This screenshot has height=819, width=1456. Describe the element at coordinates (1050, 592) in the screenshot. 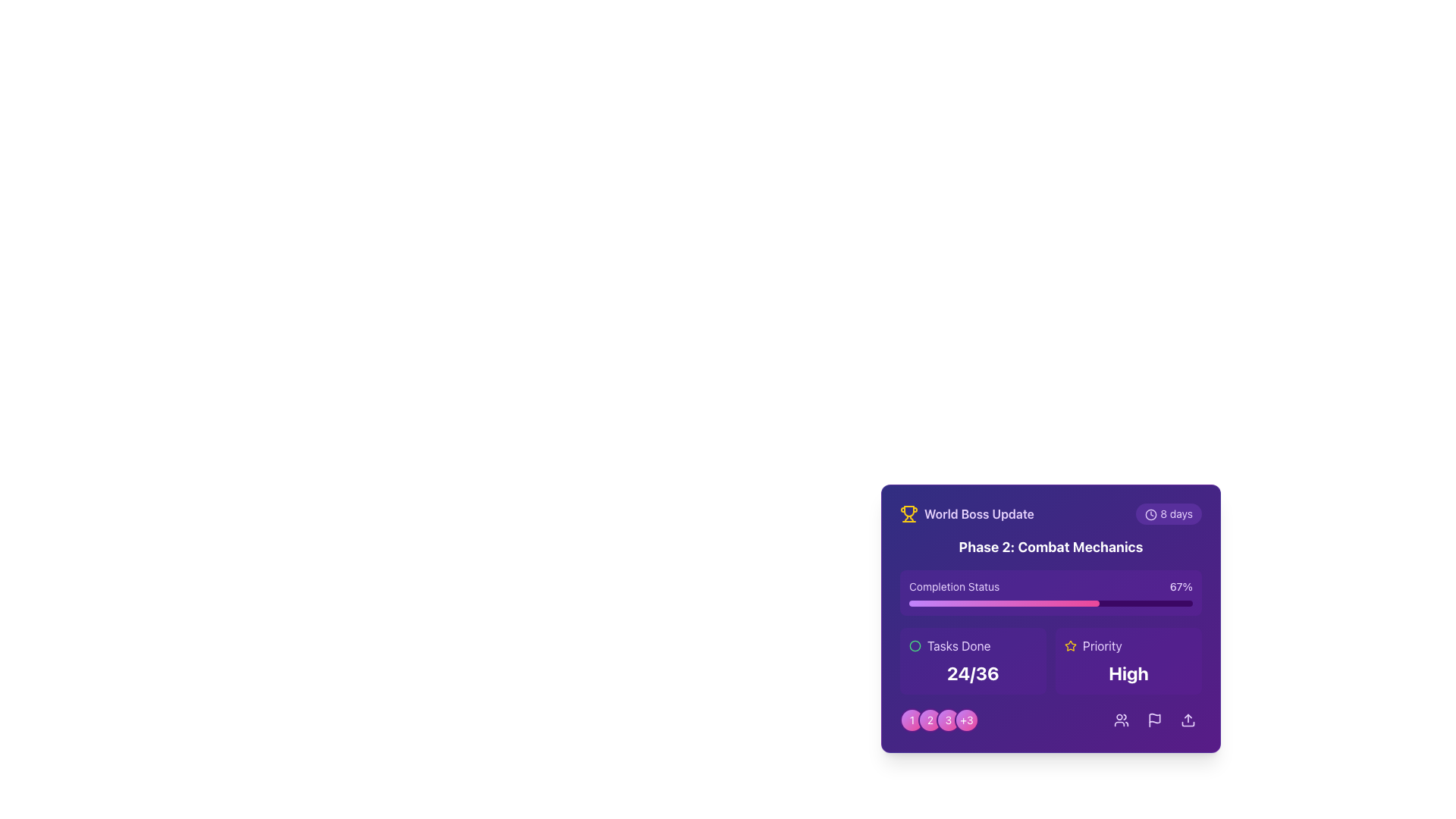

I see `the progress bar component displaying 67% completion, located under the 'Phase 2: Combat Mechanics' title, for visual information` at that location.